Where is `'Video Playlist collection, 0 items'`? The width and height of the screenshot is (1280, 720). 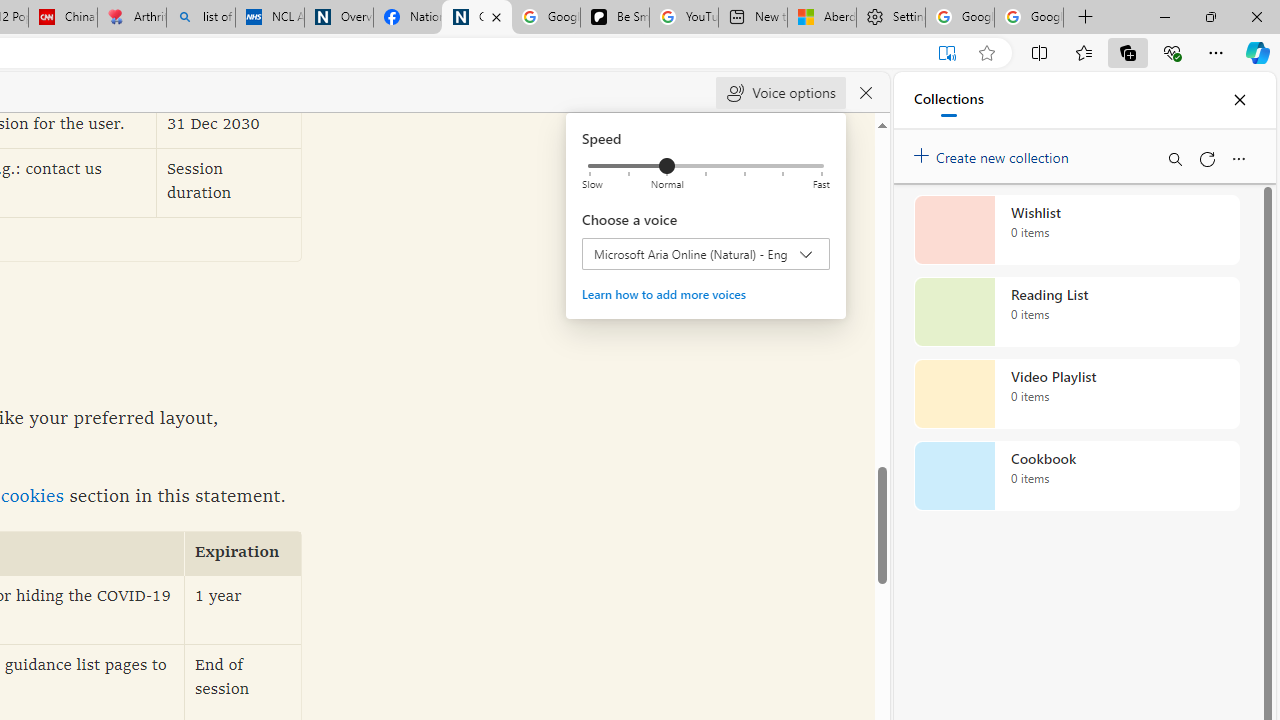 'Video Playlist collection, 0 items' is located at coordinates (1076, 394).